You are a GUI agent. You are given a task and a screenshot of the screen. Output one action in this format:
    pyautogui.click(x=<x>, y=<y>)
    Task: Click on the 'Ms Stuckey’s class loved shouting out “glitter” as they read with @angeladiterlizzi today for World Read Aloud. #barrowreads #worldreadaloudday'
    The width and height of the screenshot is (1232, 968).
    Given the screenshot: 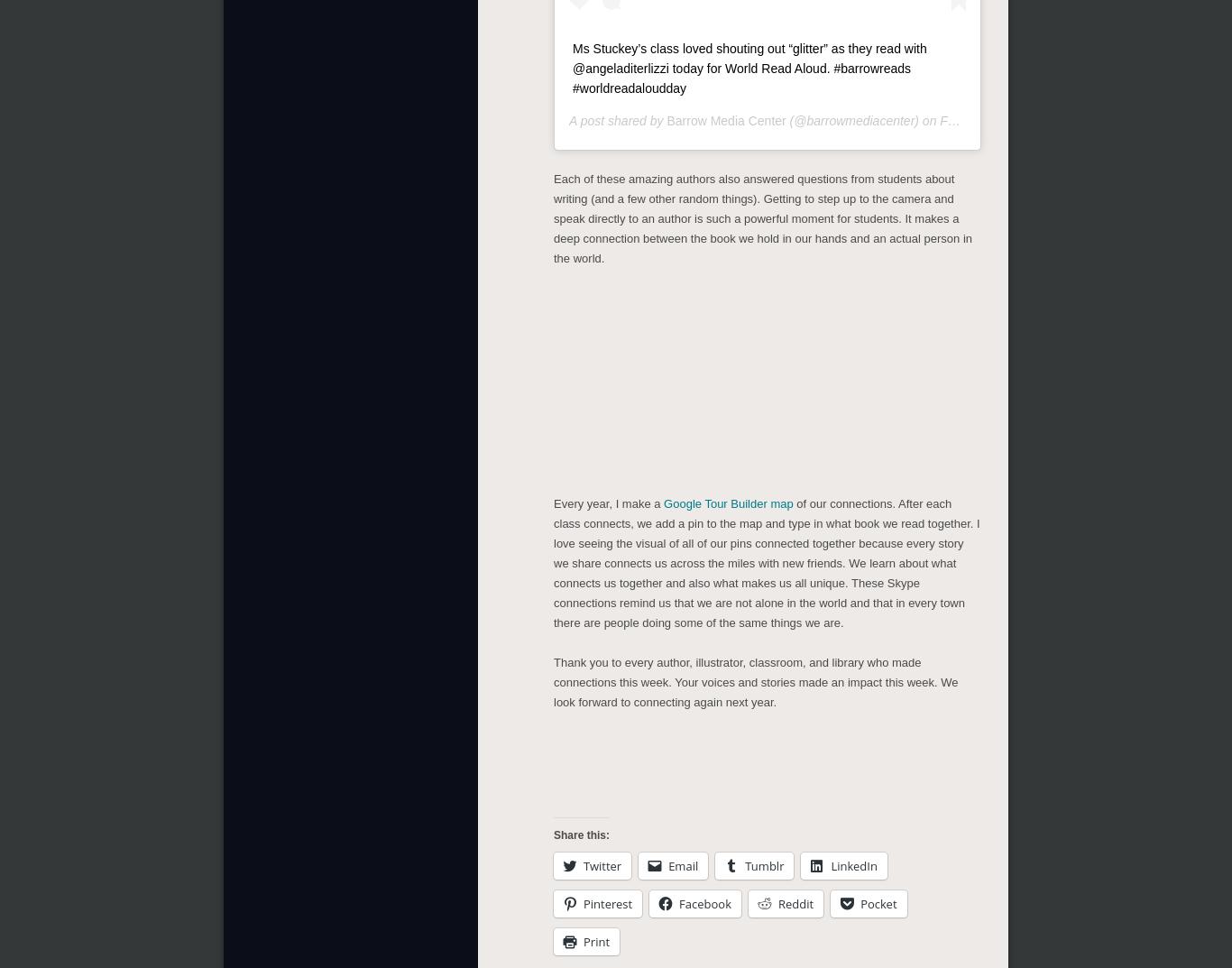 What is the action you would take?
    pyautogui.click(x=572, y=64)
    